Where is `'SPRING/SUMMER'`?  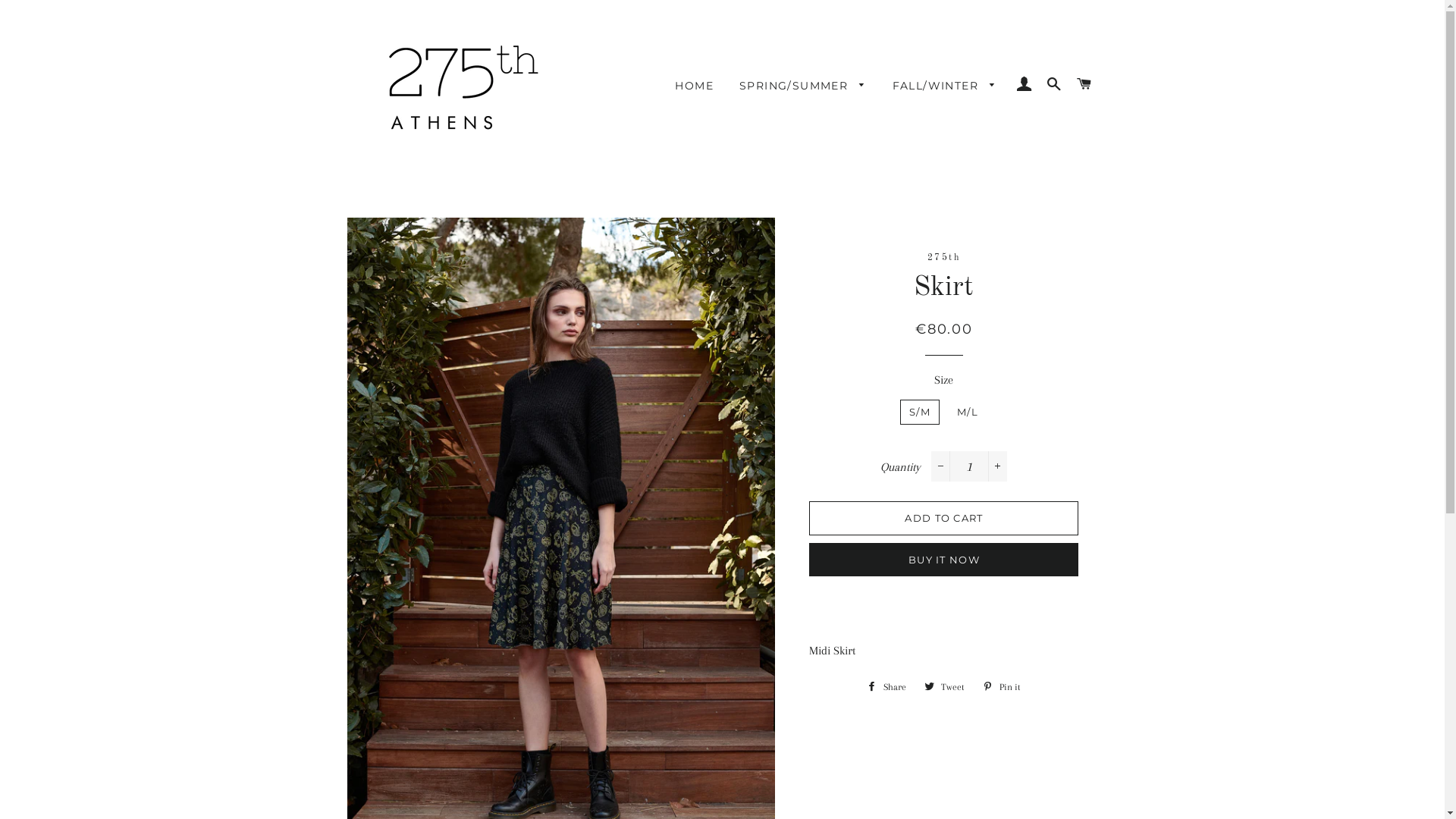
'SPRING/SUMMER' is located at coordinates (802, 86).